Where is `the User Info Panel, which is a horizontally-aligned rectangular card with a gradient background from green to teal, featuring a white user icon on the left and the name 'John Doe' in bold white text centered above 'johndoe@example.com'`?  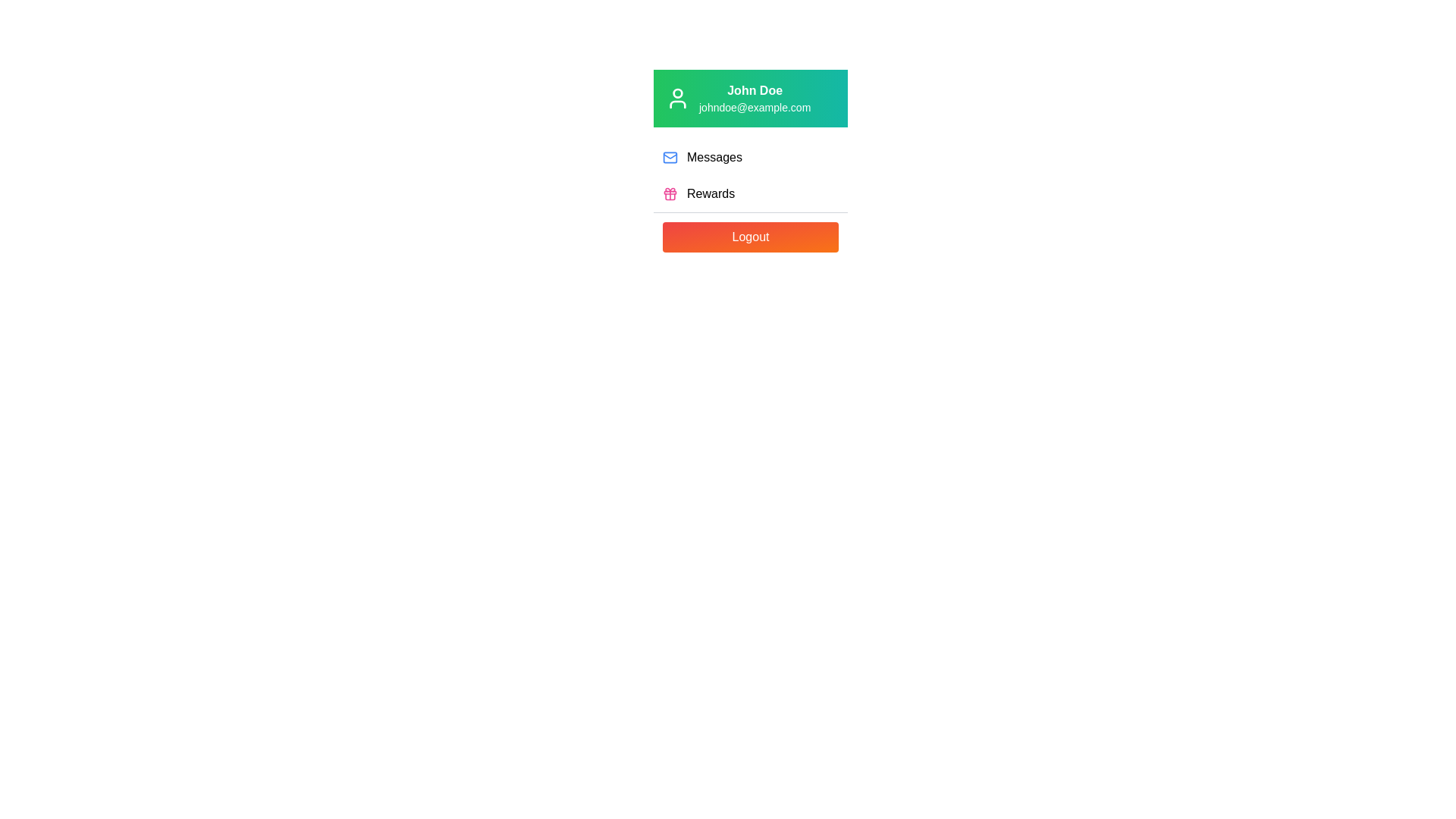
the User Info Panel, which is a horizontally-aligned rectangular card with a gradient background from green to teal, featuring a white user icon on the left and the name 'John Doe' in bold white text centered above 'johndoe@example.com' is located at coordinates (750, 99).